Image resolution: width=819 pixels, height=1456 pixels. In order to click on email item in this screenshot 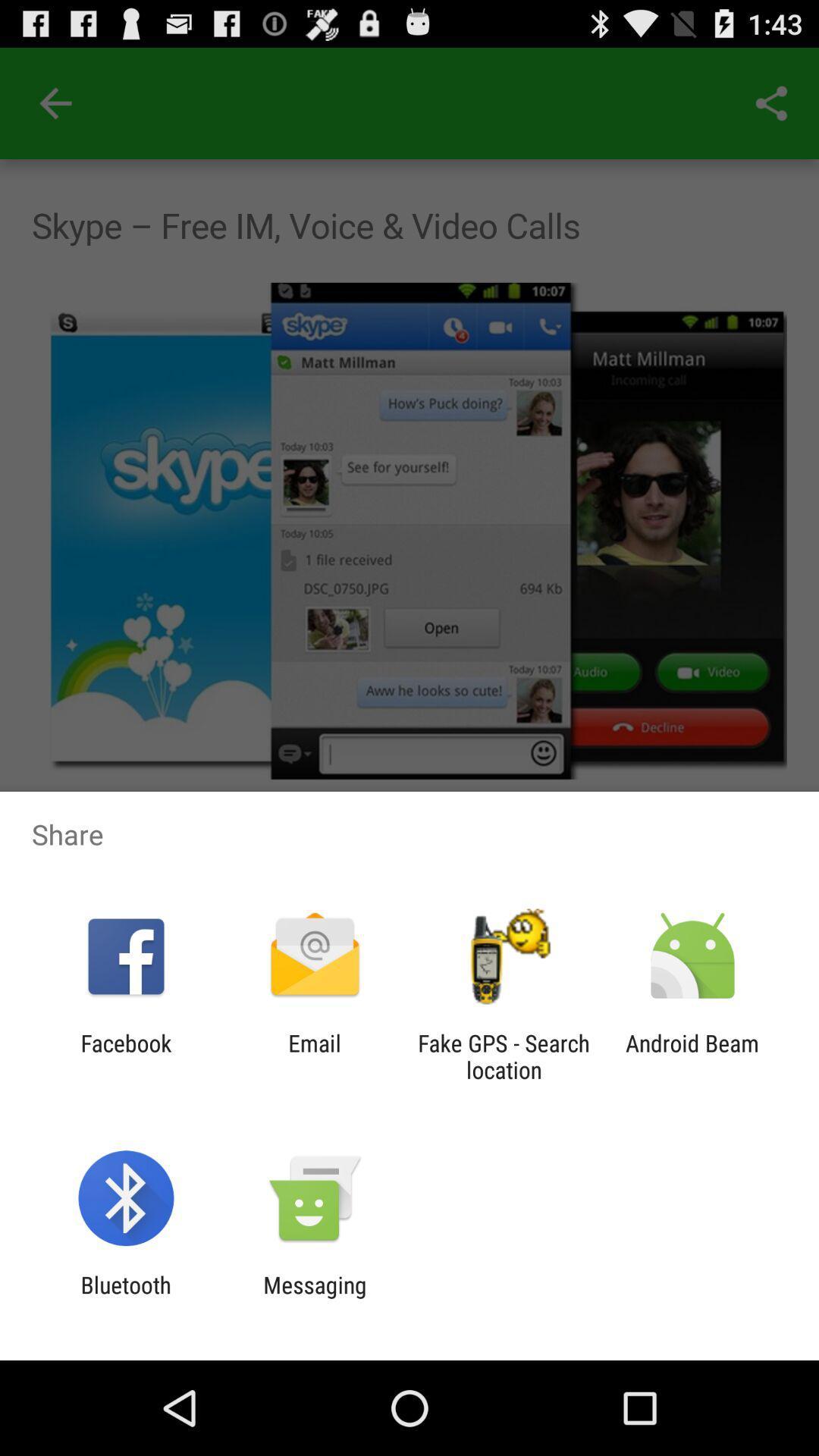, I will do `click(314, 1056)`.